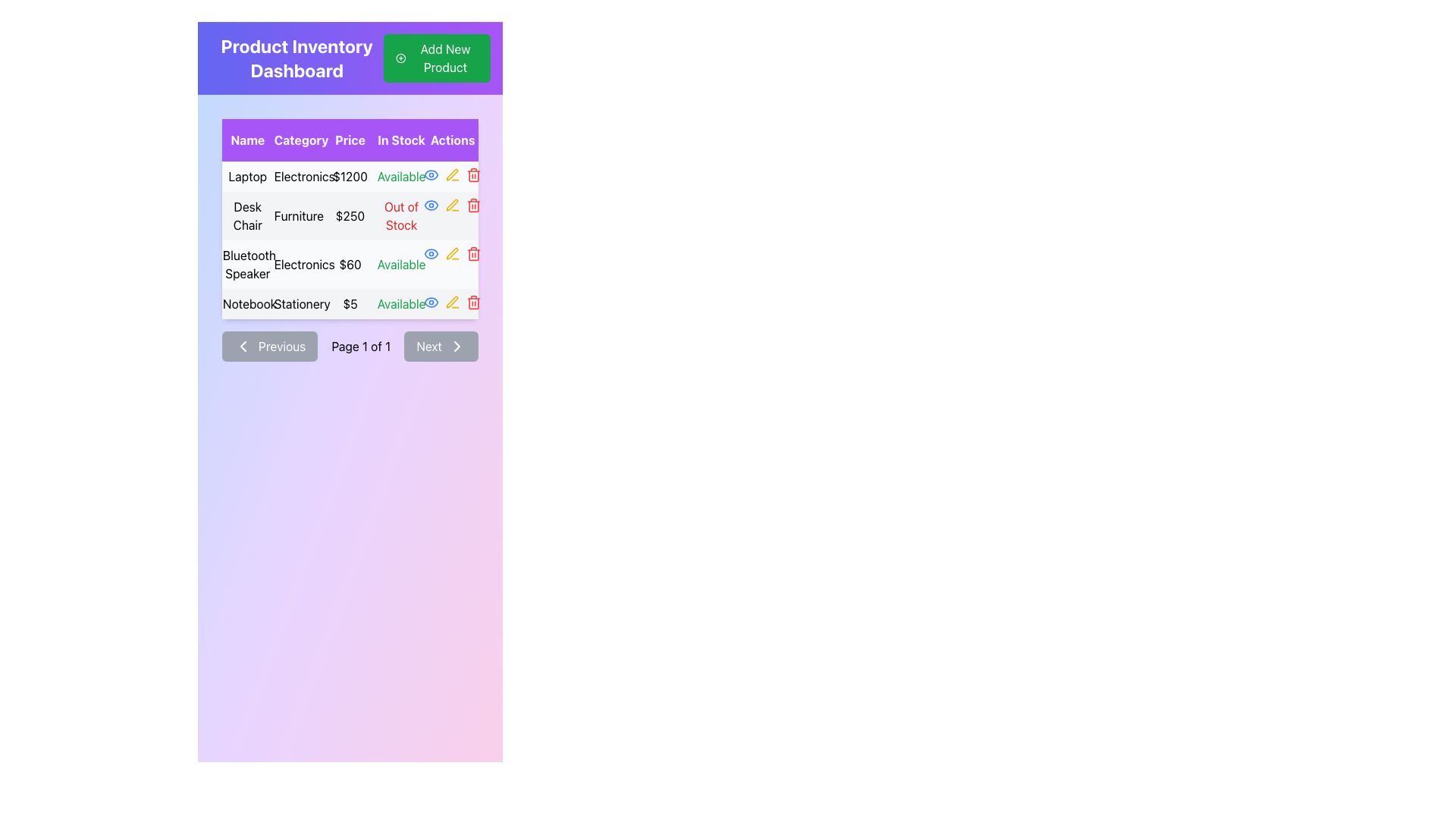 Image resolution: width=1456 pixels, height=819 pixels. Describe the element at coordinates (349, 263) in the screenshot. I see `the Table Row Content displaying information about the 'Bluetooth Speaker' product, located in the third row of the table directly beneath the 'Desk Chair' row` at that location.